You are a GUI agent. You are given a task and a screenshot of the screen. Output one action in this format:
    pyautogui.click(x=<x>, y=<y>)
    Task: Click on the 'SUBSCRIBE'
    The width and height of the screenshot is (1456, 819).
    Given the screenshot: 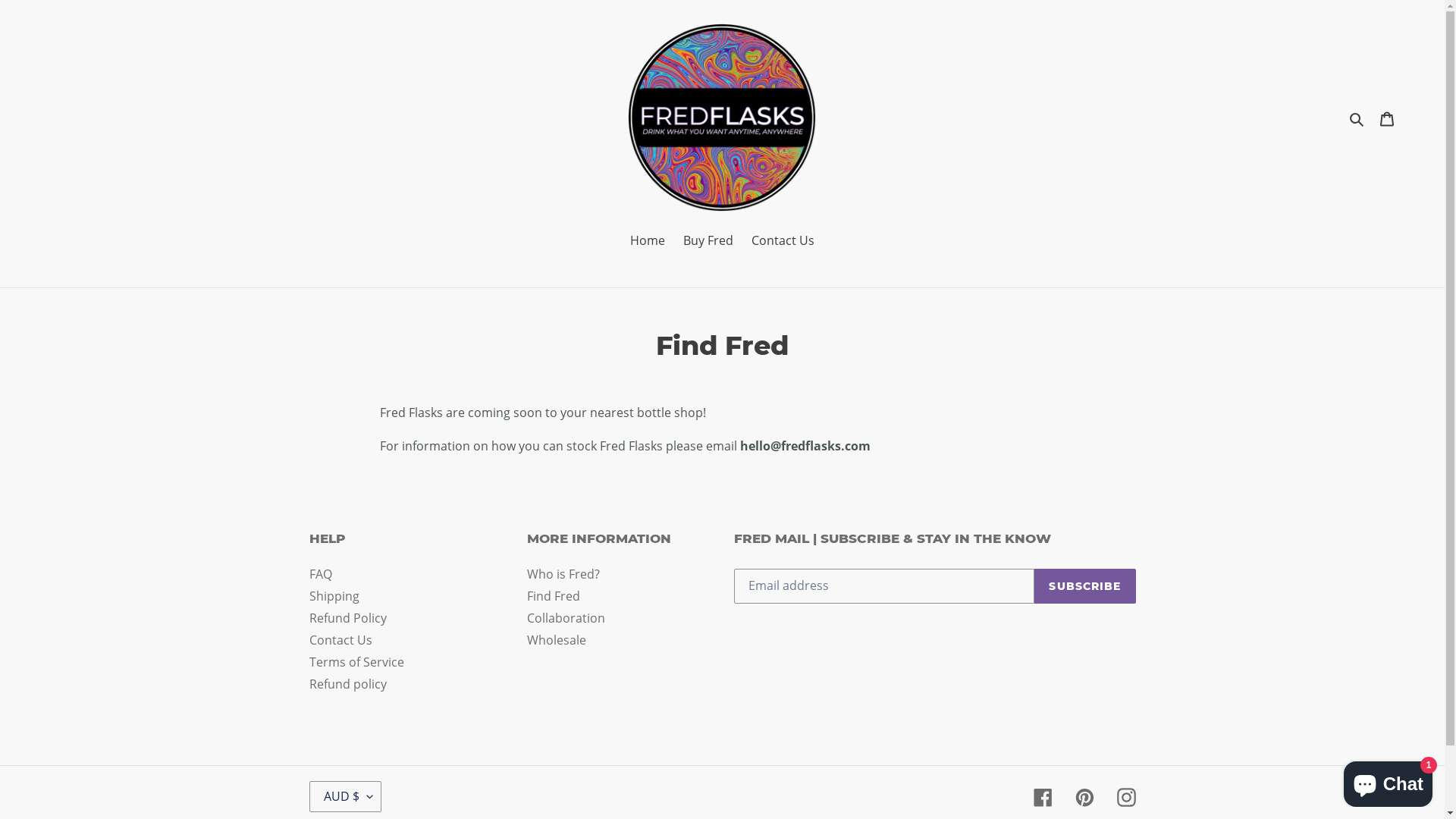 What is the action you would take?
    pyautogui.click(x=1084, y=585)
    